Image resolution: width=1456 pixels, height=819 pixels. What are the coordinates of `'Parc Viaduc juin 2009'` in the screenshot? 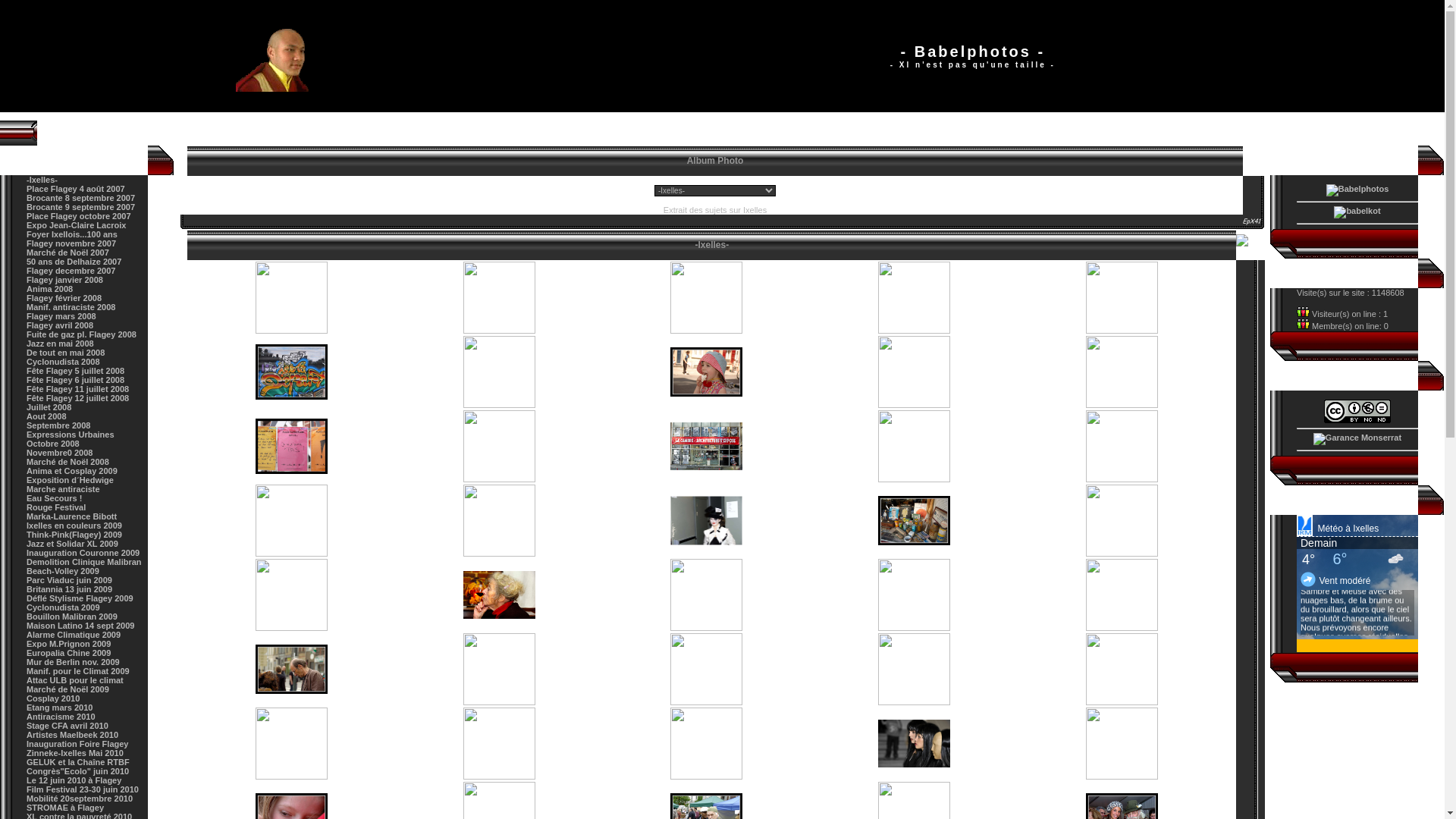 It's located at (68, 579).